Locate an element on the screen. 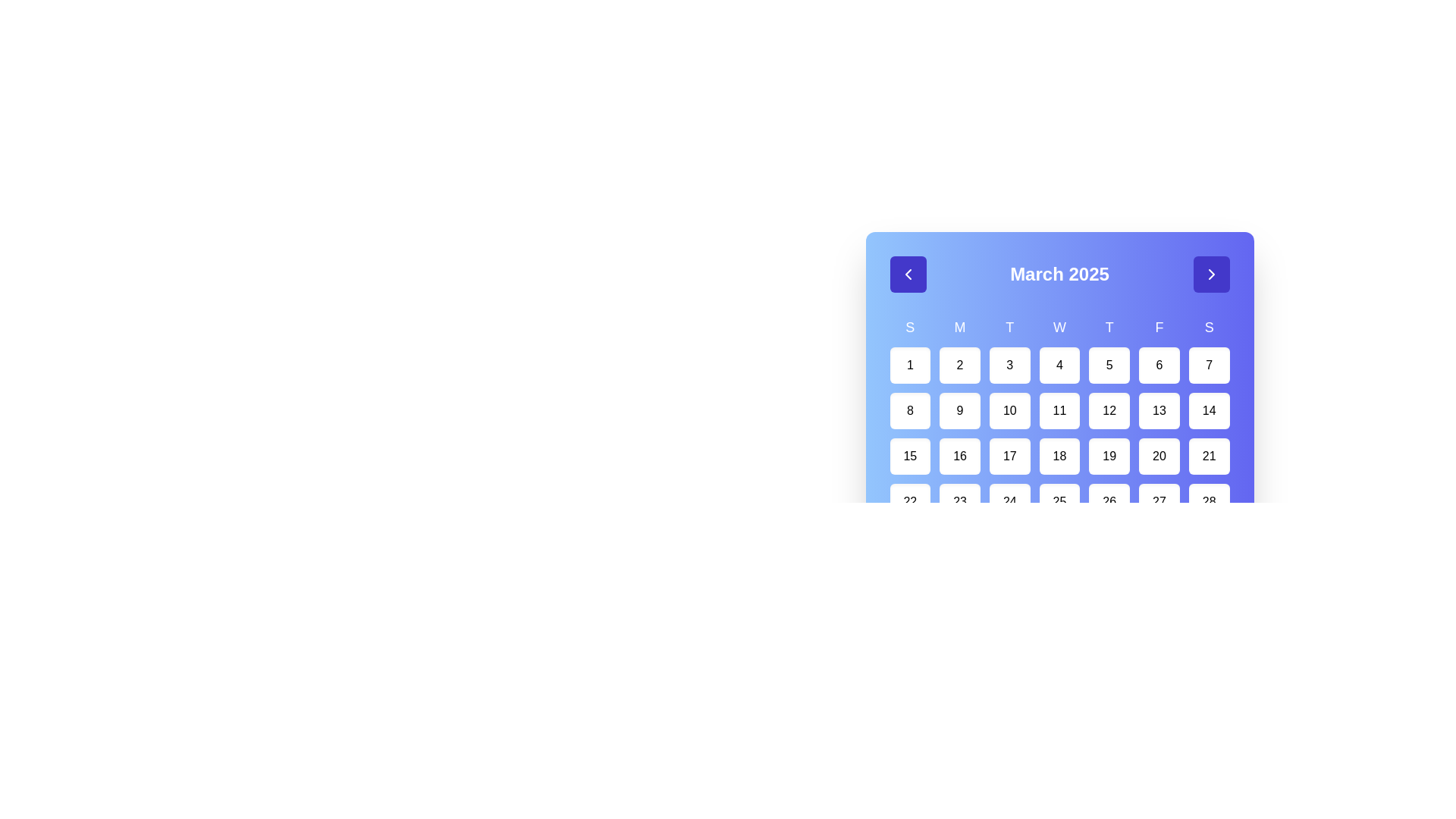  the bold text label 'M' representing Monday in the weekly calendar layout, which is styled with white text on a blue background is located at coordinates (959, 327).